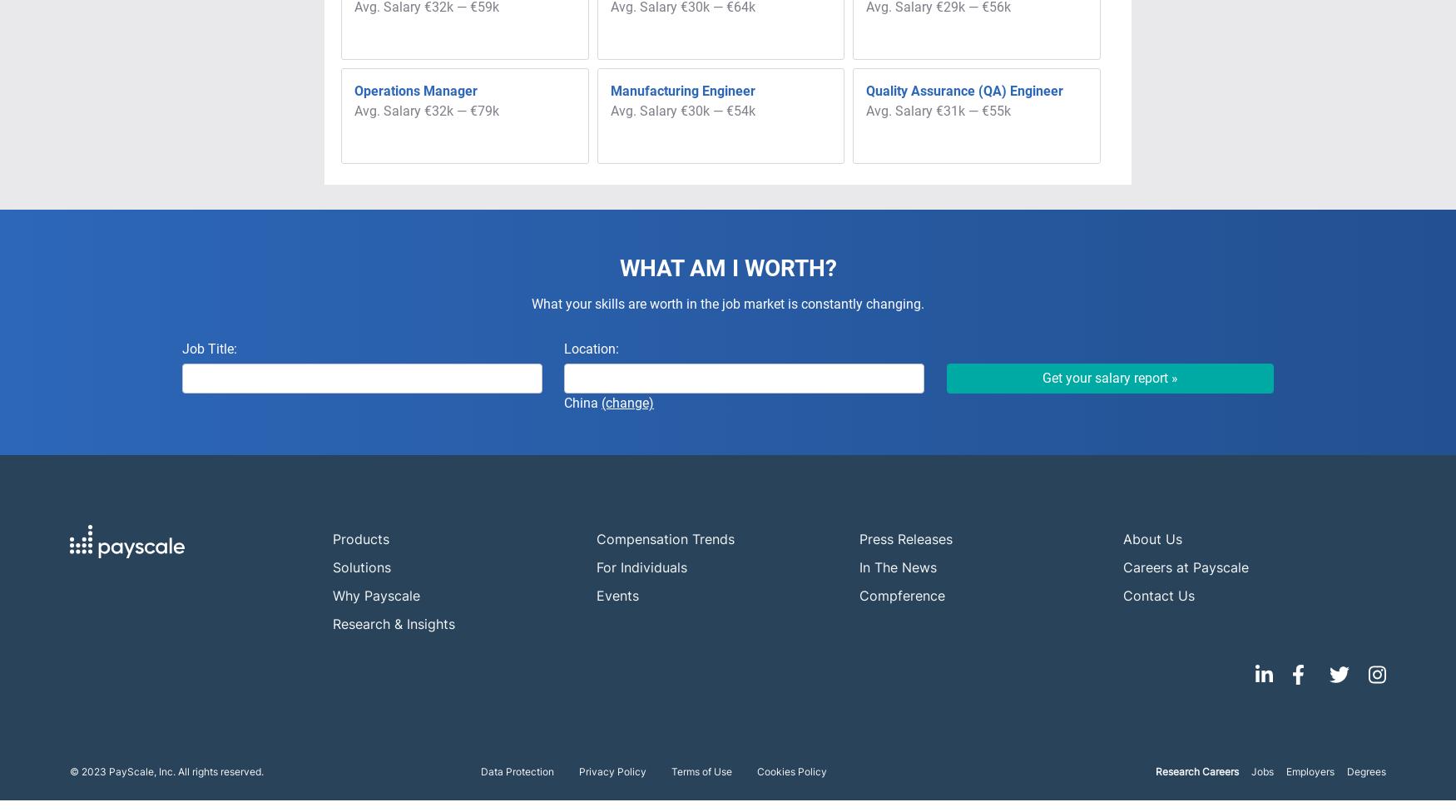 Image resolution: width=1456 pixels, height=812 pixels. I want to click on 'Research & Insights', so click(394, 623).